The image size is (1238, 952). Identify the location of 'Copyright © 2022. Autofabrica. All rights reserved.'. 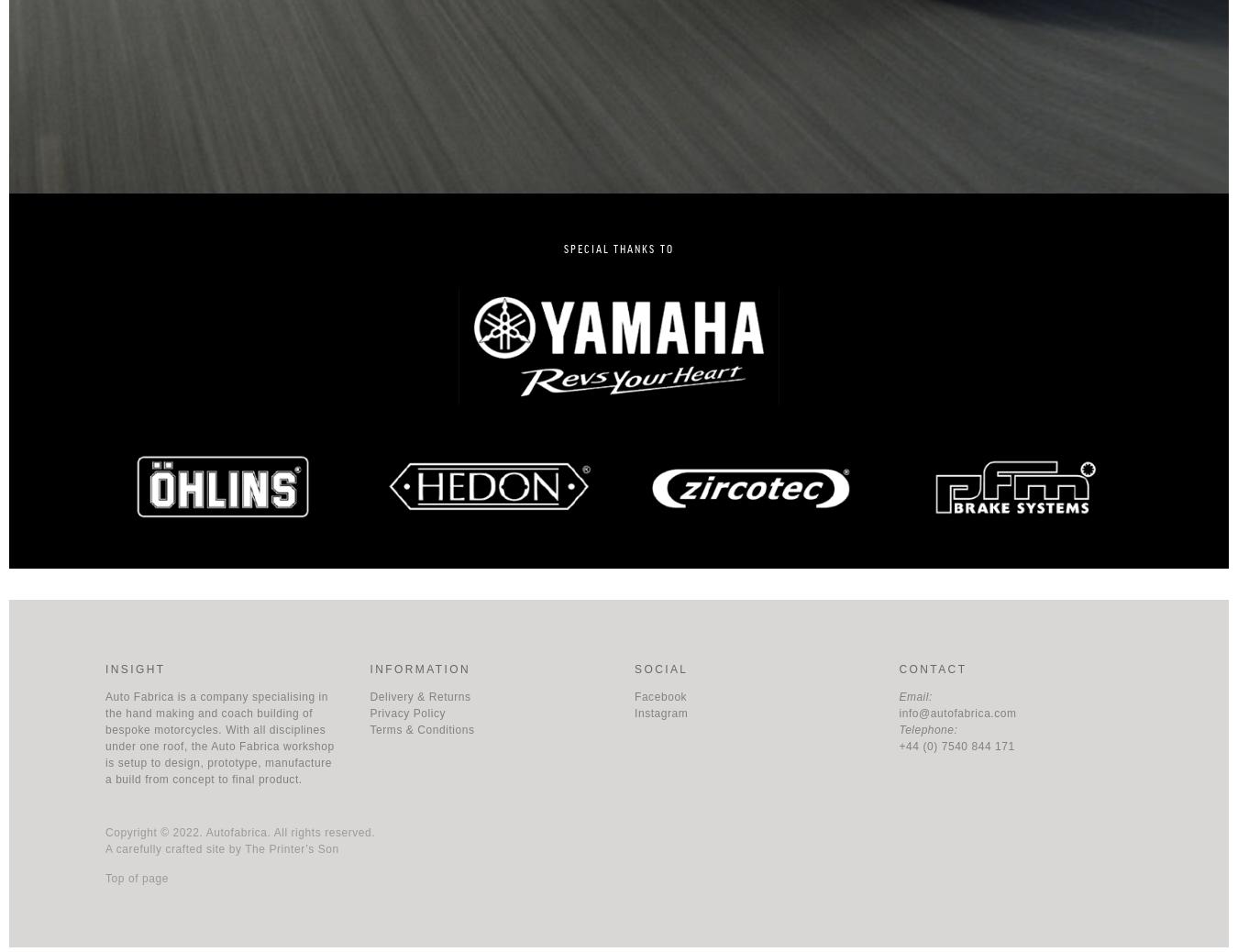
(105, 832).